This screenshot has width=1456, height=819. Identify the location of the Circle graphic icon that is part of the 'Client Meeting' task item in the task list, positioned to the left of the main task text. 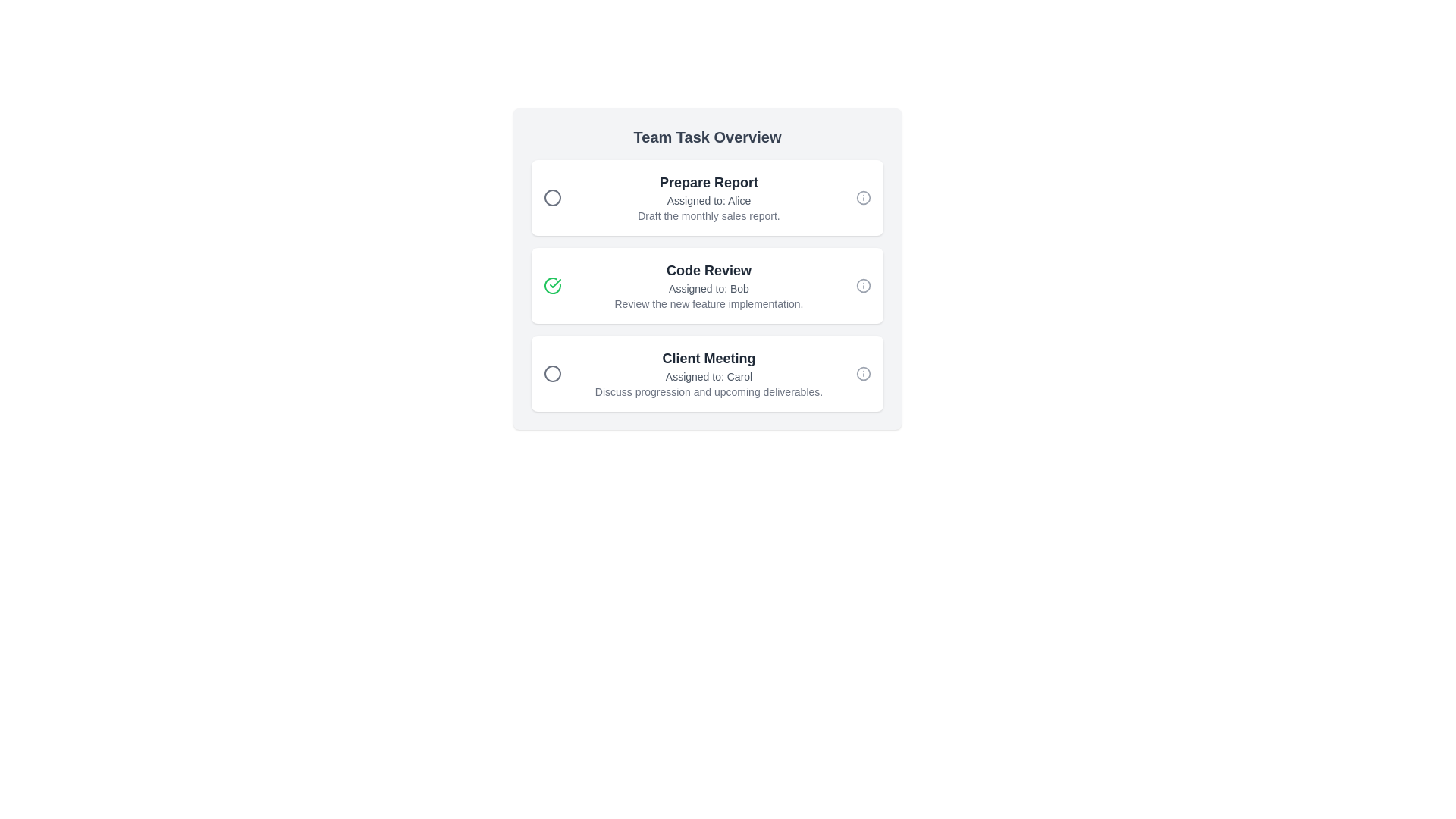
(552, 374).